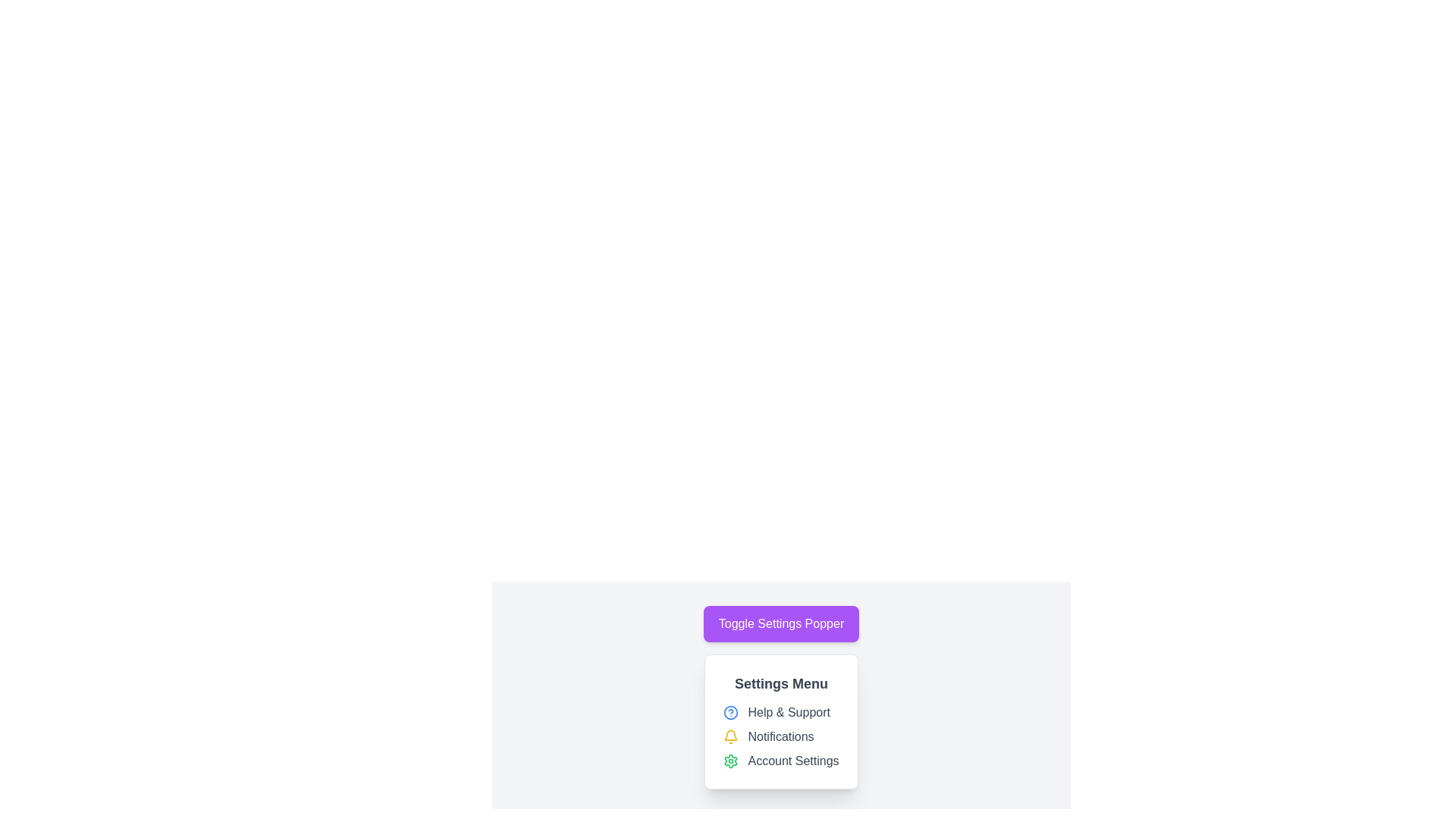 This screenshot has height=819, width=1456. Describe the element at coordinates (781, 684) in the screenshot. I see `title text of the settings menu header located at the top of the white rectangular box, positioned directly beneath the purple button labeled 'Toggle Settings Popper'` at that location.